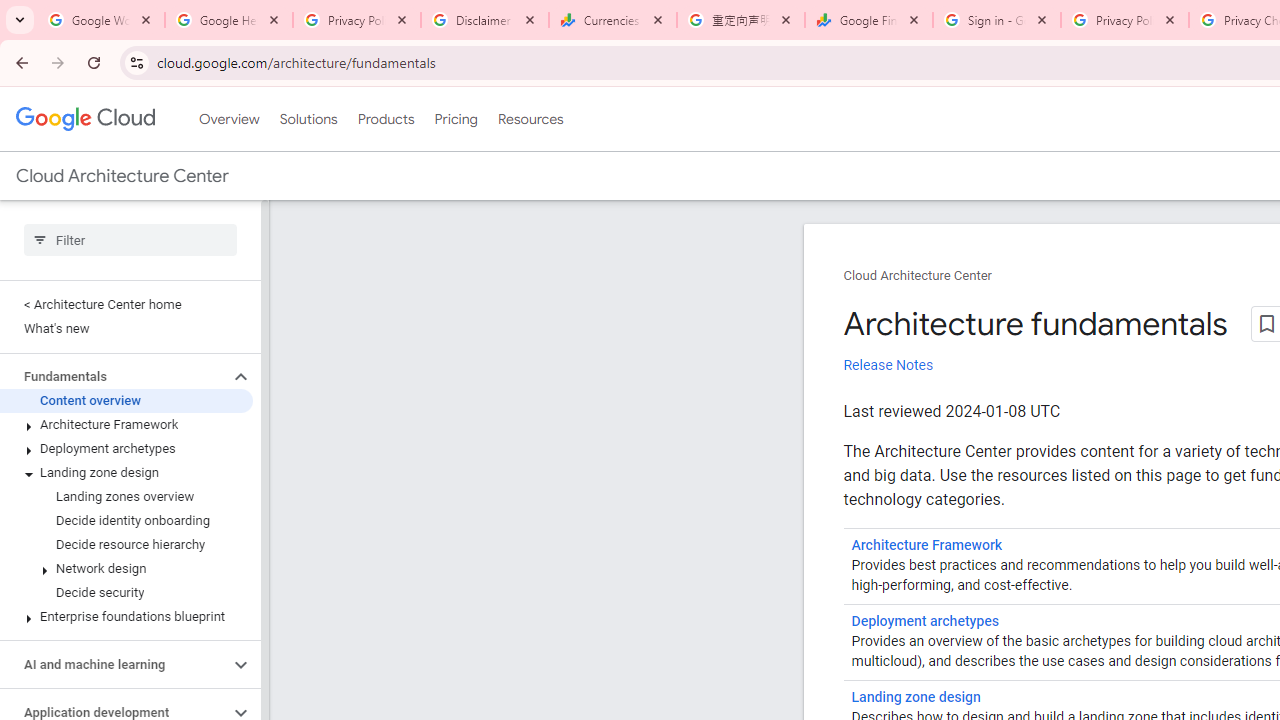 The height and width of the screenshot is (720, 1280). What do you see at coordinates (125, 545) in the screenshot?
I see `'Decide resource hierarchy'` at bounding box center [125, 545].